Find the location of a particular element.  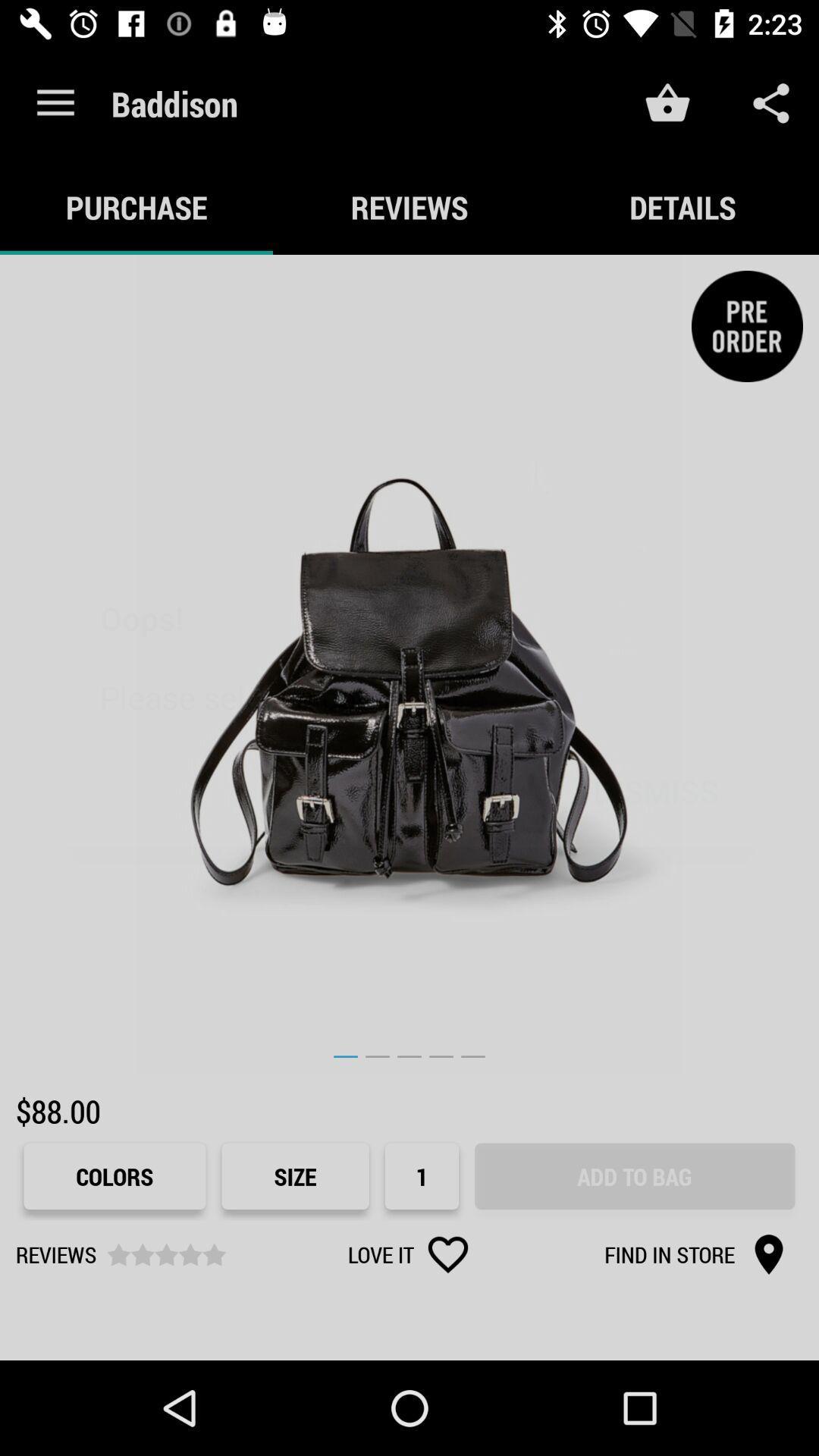

item picture is located at coordinates (409, 664).